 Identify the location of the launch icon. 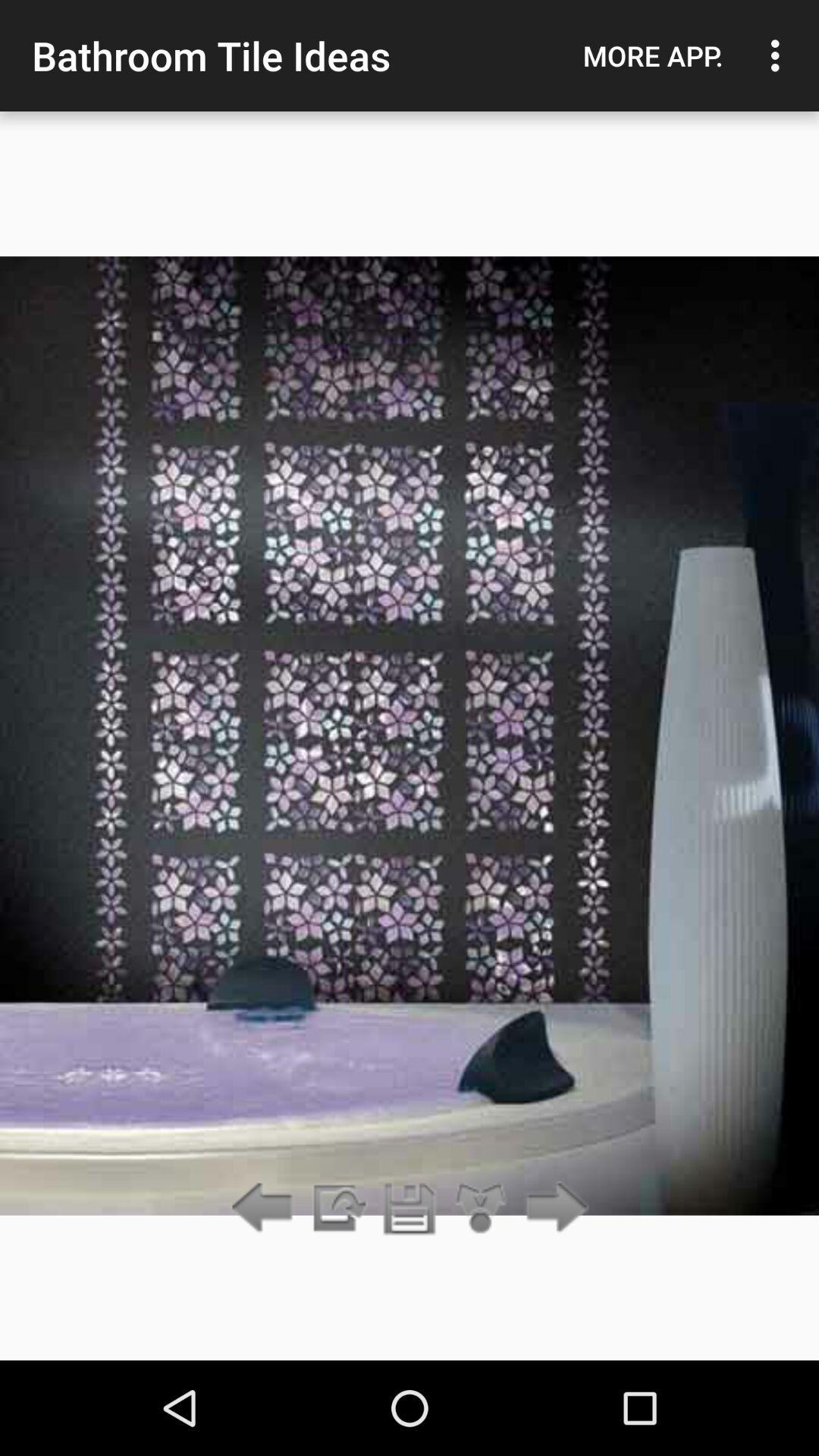
(337, 1208).